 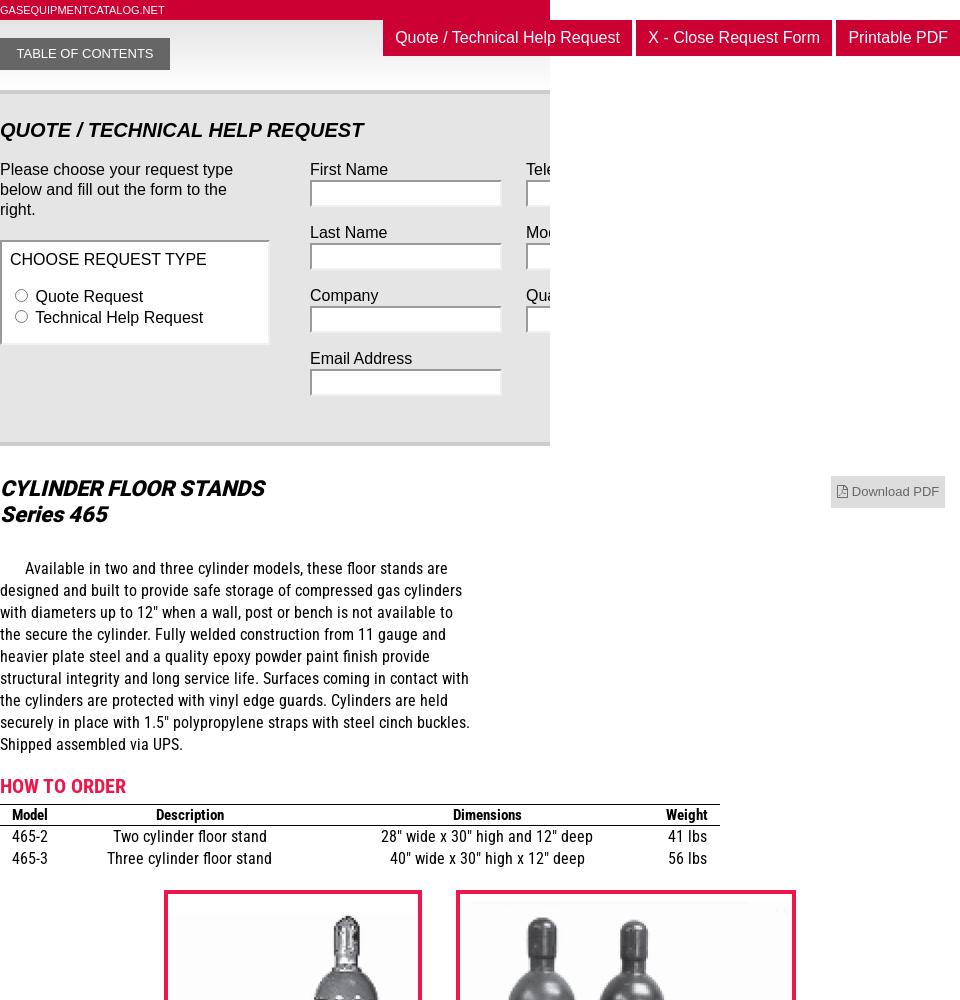 What do you see at coordinates (81, 10) in the screenshot?
I see `'GasEquipmentCatalog.net'` at bounding box center [81, 10].